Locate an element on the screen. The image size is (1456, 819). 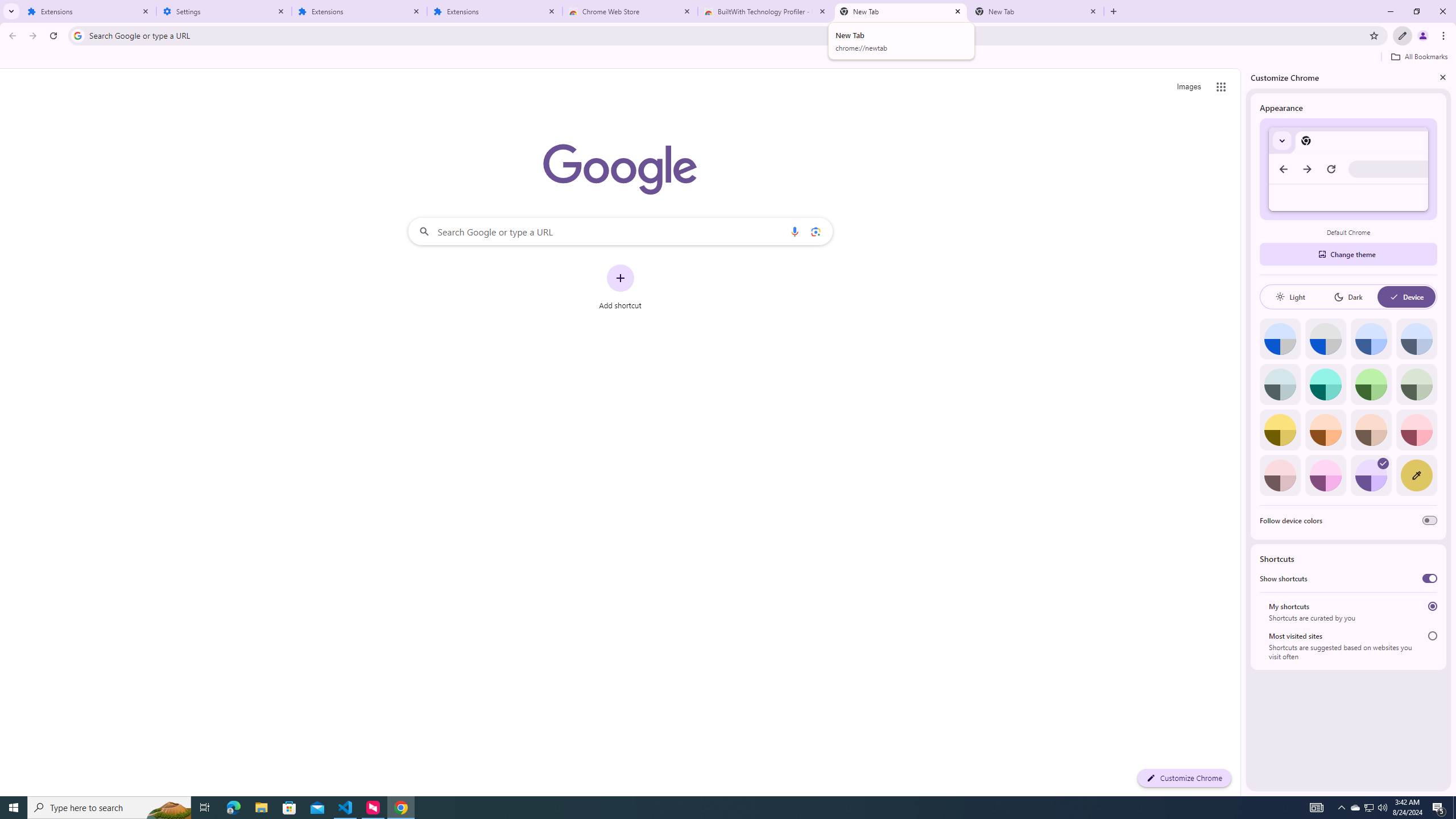
'Grey' is located at coordinates (1280, 383).